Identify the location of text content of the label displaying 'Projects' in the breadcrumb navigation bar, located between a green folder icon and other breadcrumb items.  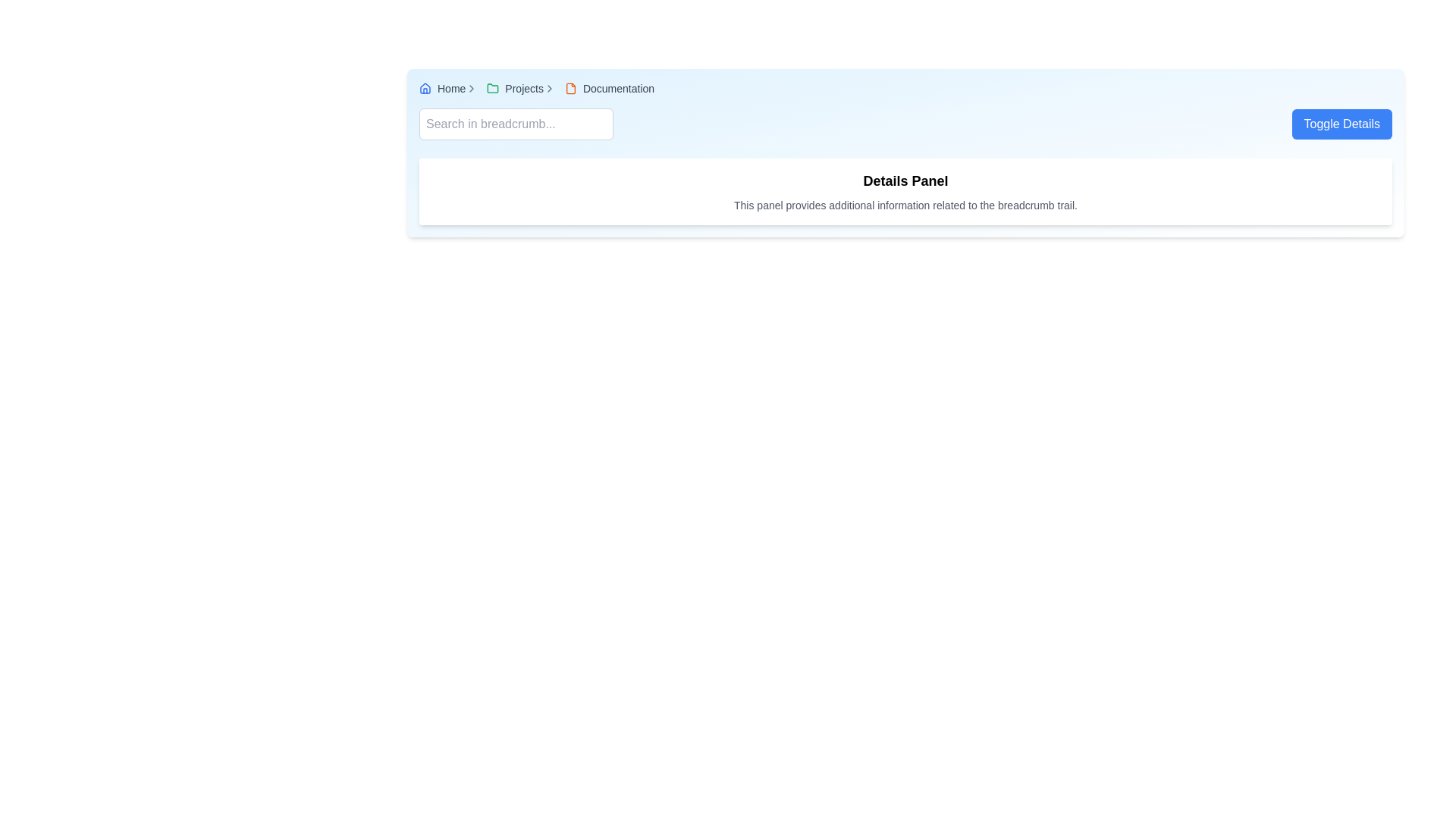
(524, 88).